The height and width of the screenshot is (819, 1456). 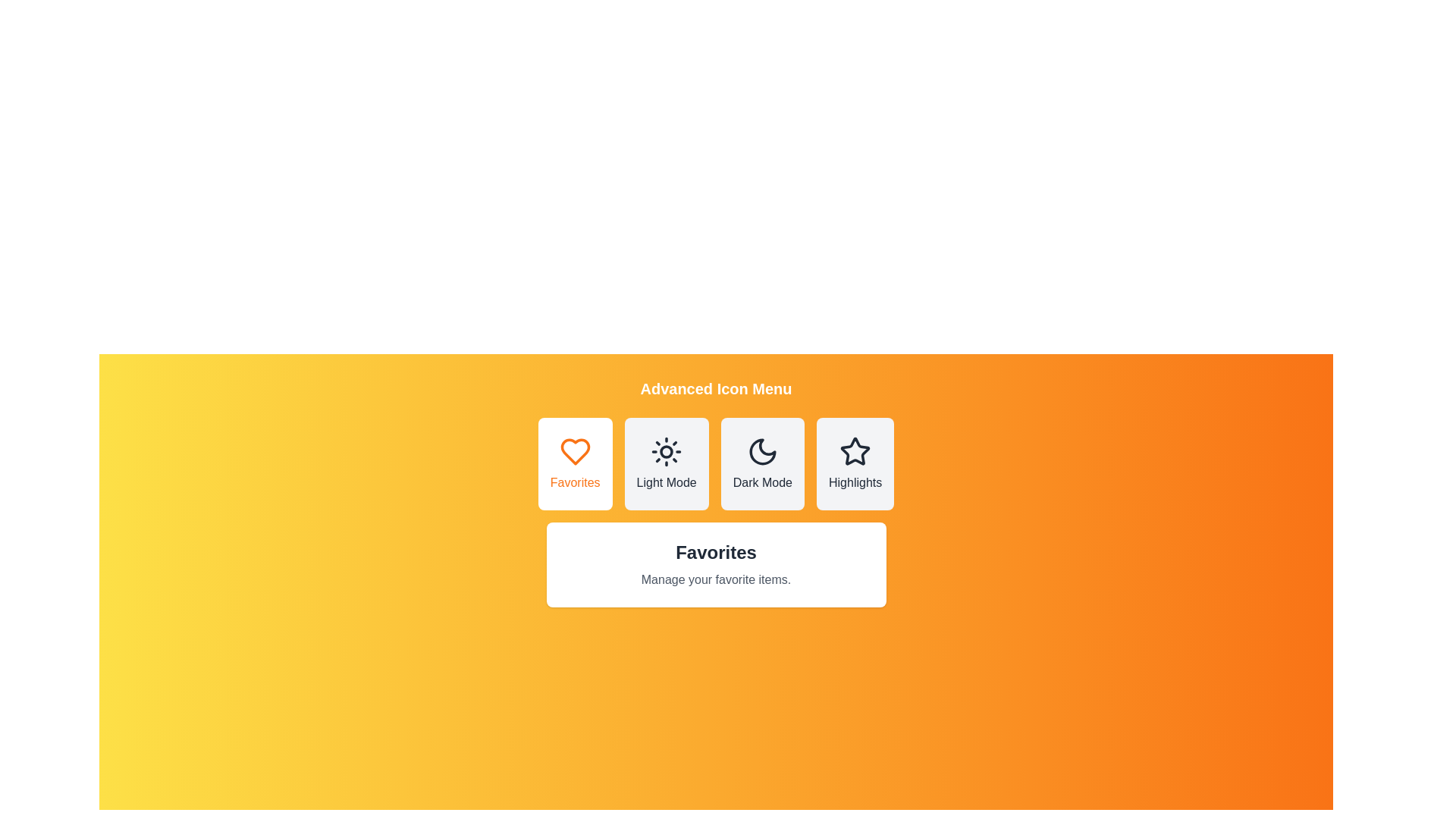 What do you see at coordinates (762, 451) in the screenshot?
I see `the details of the crescent moon icon in the 'Dark Mode' option, which is the third rectangular option in the row of features` at bounding box center [762, 451].